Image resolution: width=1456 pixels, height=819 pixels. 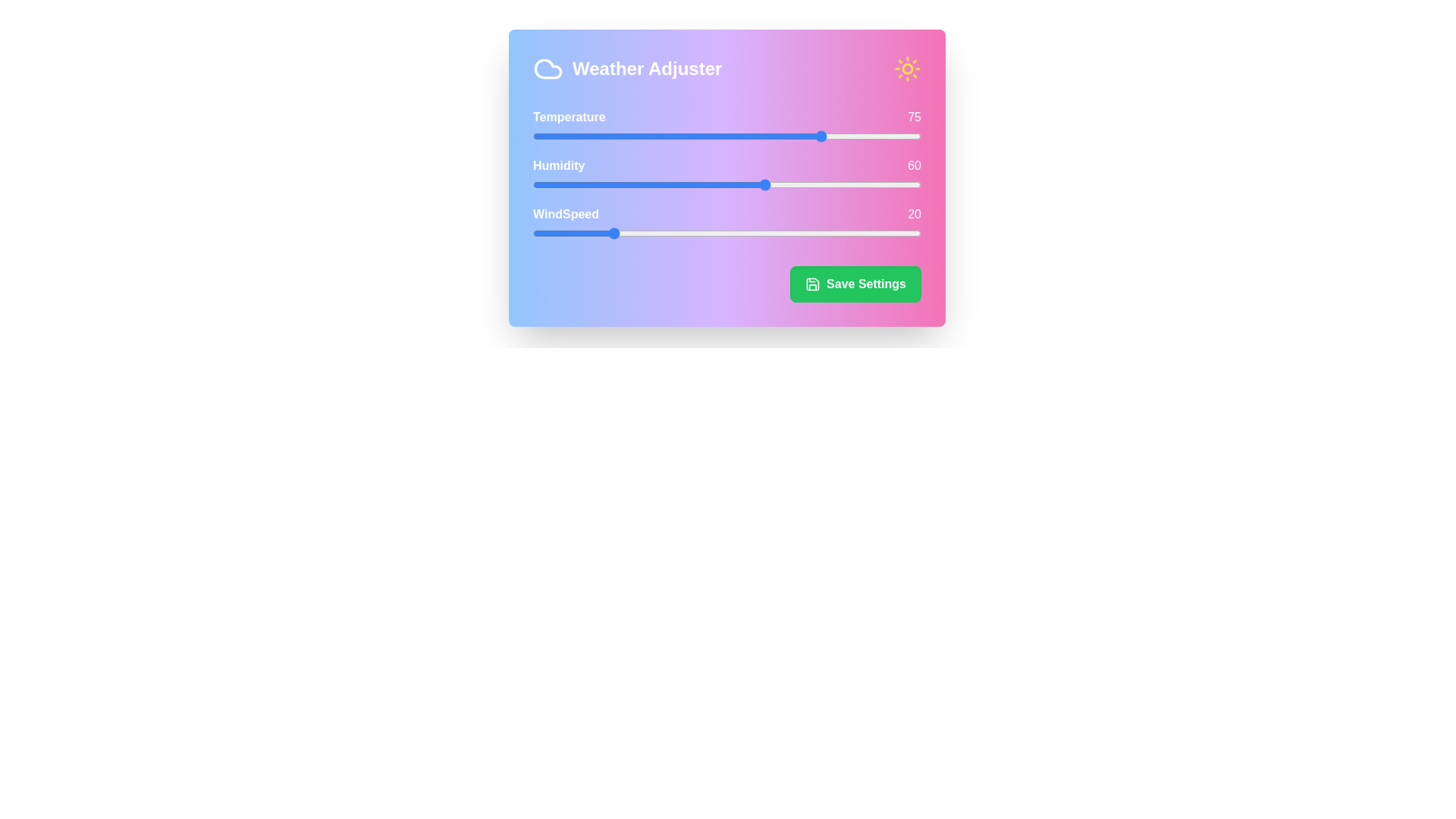 What do you see at coordinates (555, 136) in the screenshot?
I see `the temperature slider` at bounding box center [555, 136].